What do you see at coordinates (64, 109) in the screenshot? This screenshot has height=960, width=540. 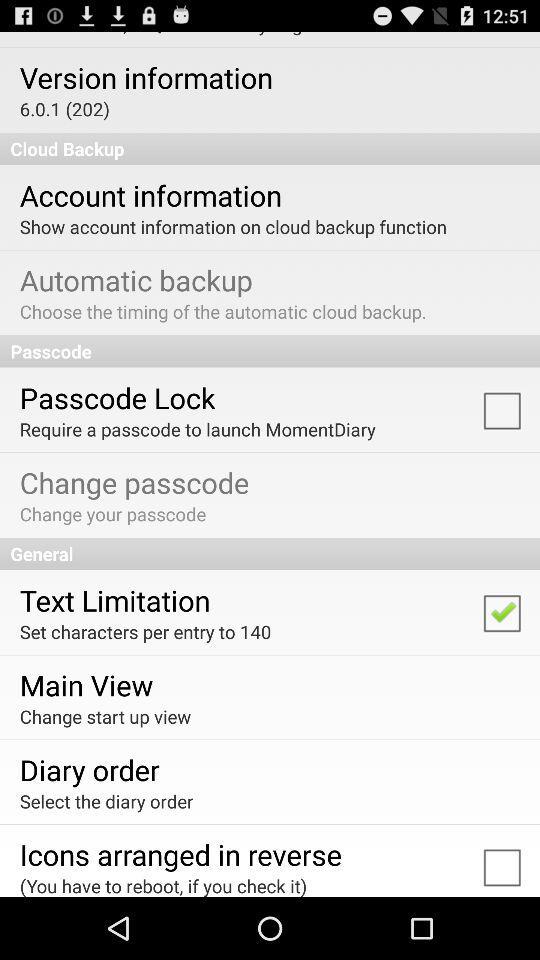 I see `icon below the version information icon` at bounding box center [64, 109].